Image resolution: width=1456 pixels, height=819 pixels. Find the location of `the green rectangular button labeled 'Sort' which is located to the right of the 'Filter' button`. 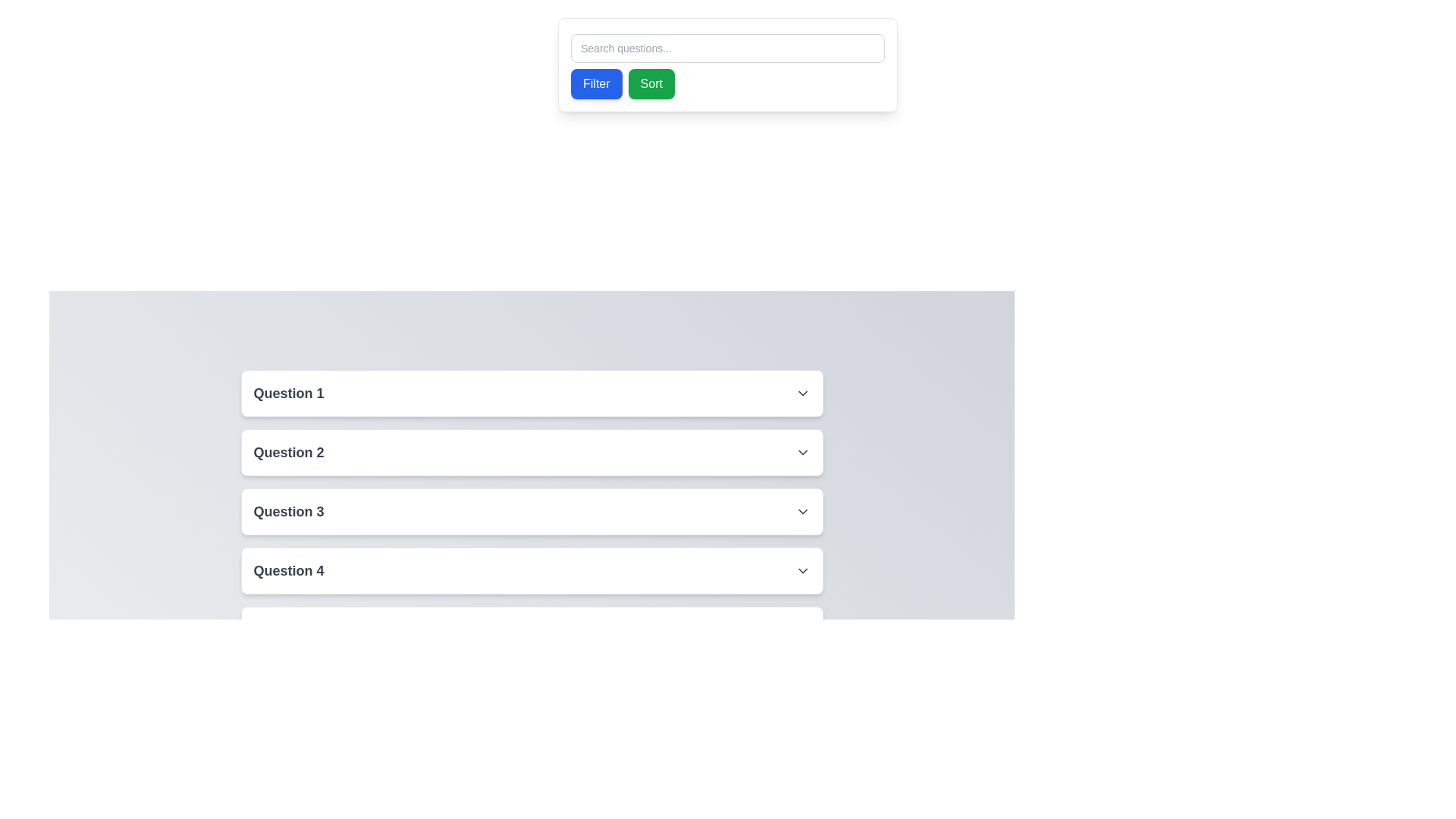

the green rectangular button labeled 'Sort' which is located to the right of the 'Filter' button is located at coordinates (651, 84).